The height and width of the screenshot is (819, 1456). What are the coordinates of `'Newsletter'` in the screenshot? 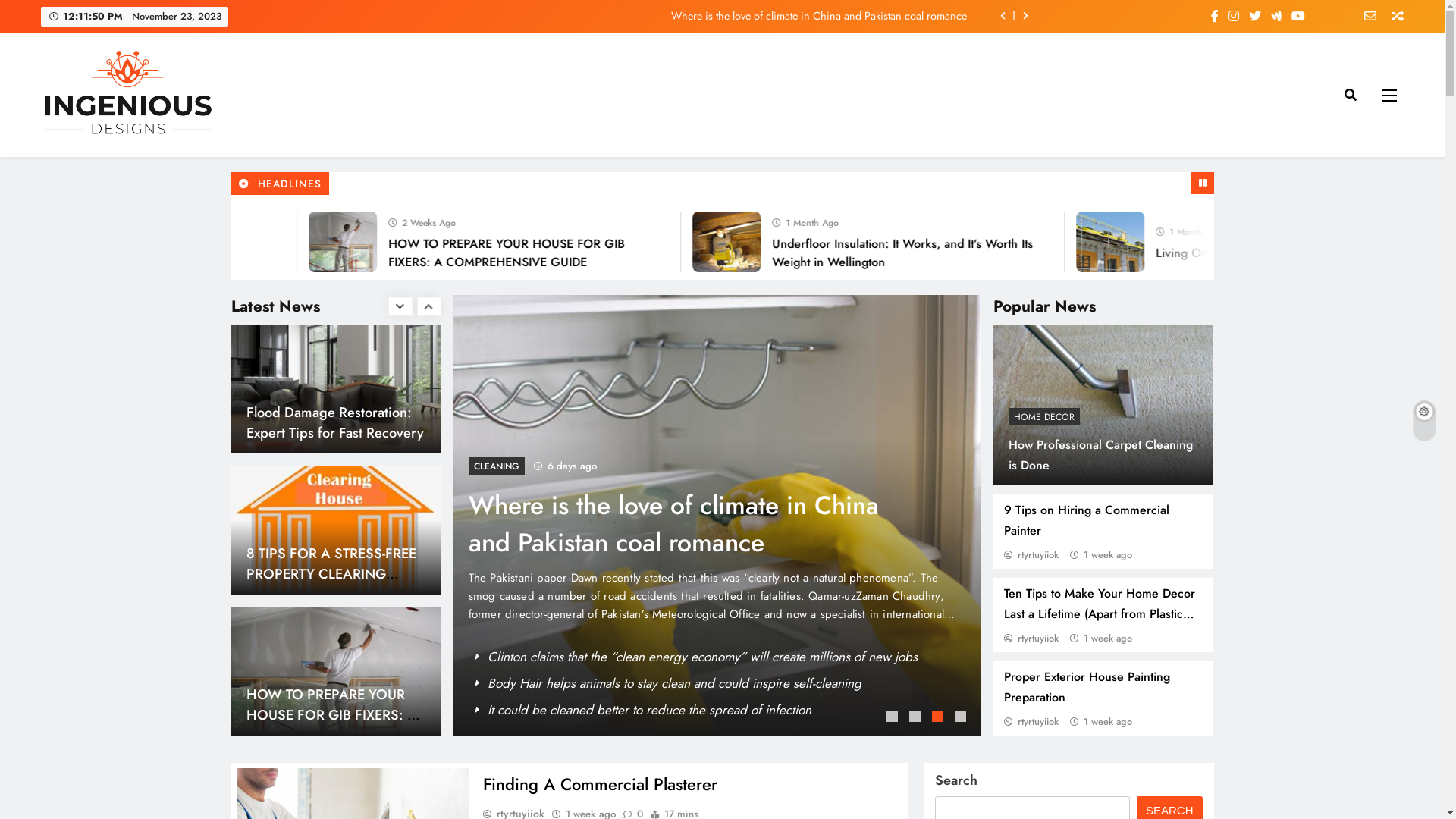 It's located at (1364, 17).